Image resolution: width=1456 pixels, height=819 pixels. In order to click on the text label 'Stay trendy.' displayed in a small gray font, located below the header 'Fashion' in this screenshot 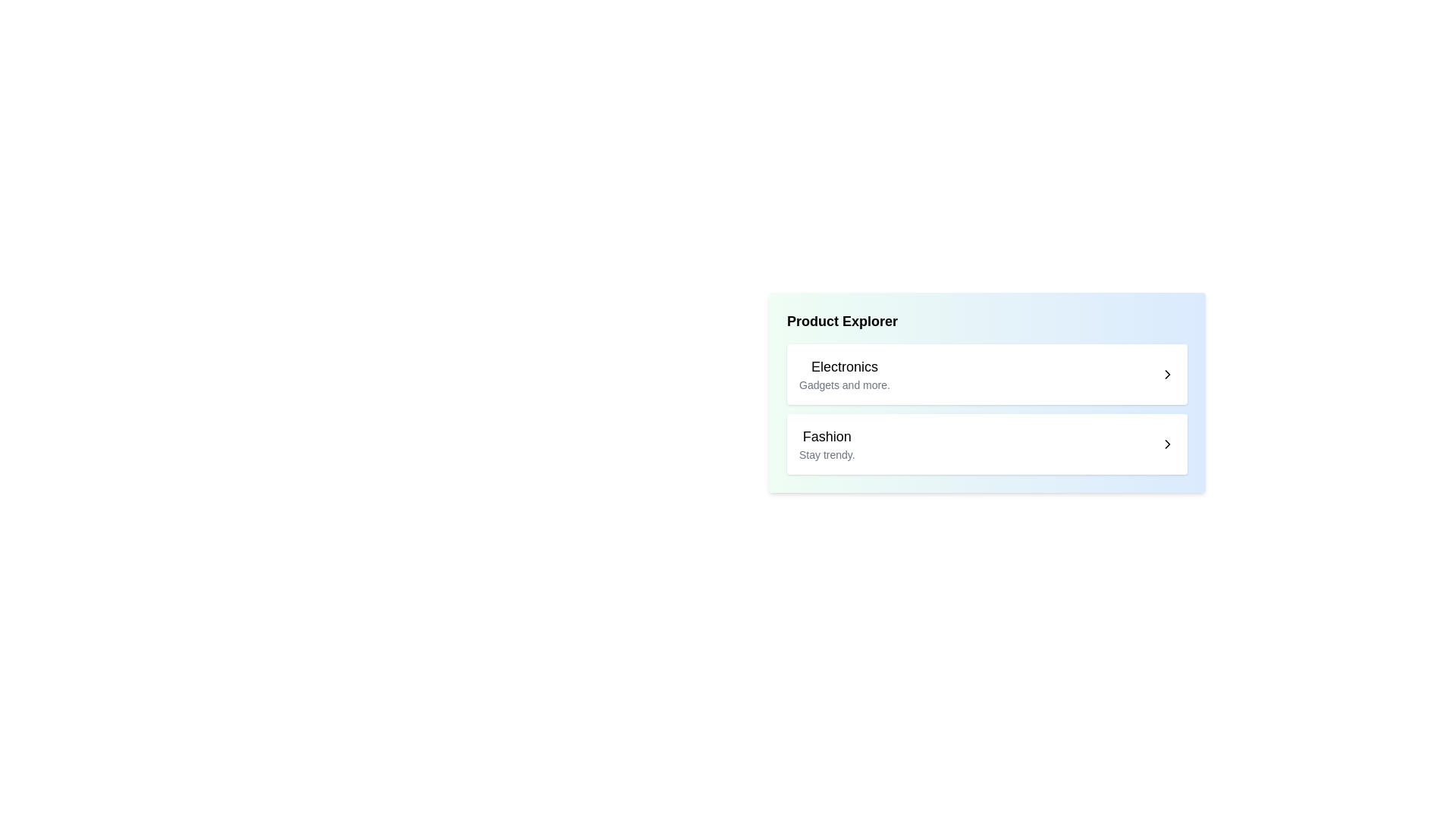, I will do `click(826, 454)`.